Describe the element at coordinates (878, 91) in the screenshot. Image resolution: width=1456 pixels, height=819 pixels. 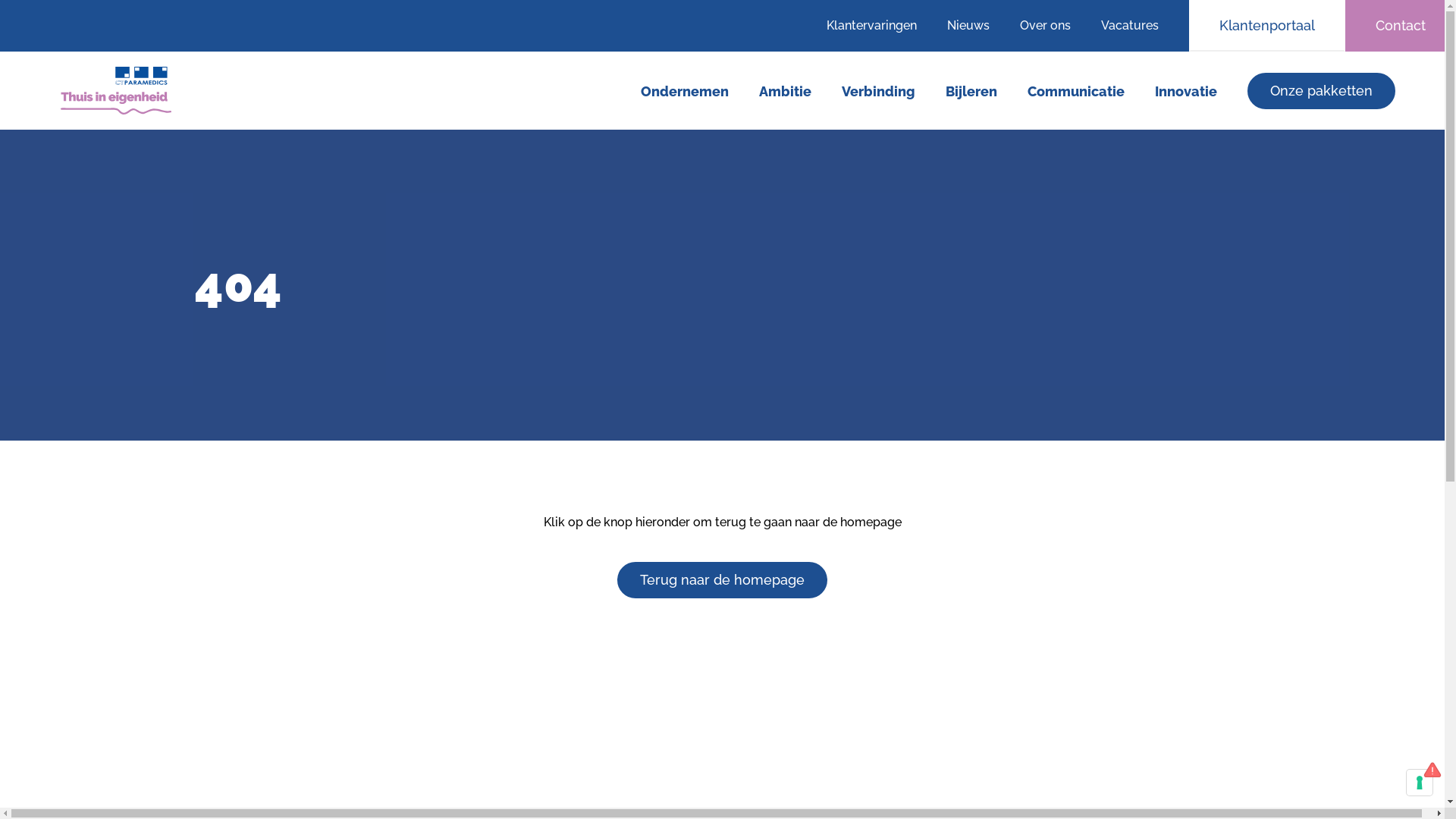
I see `'Verbinding'` at that location.